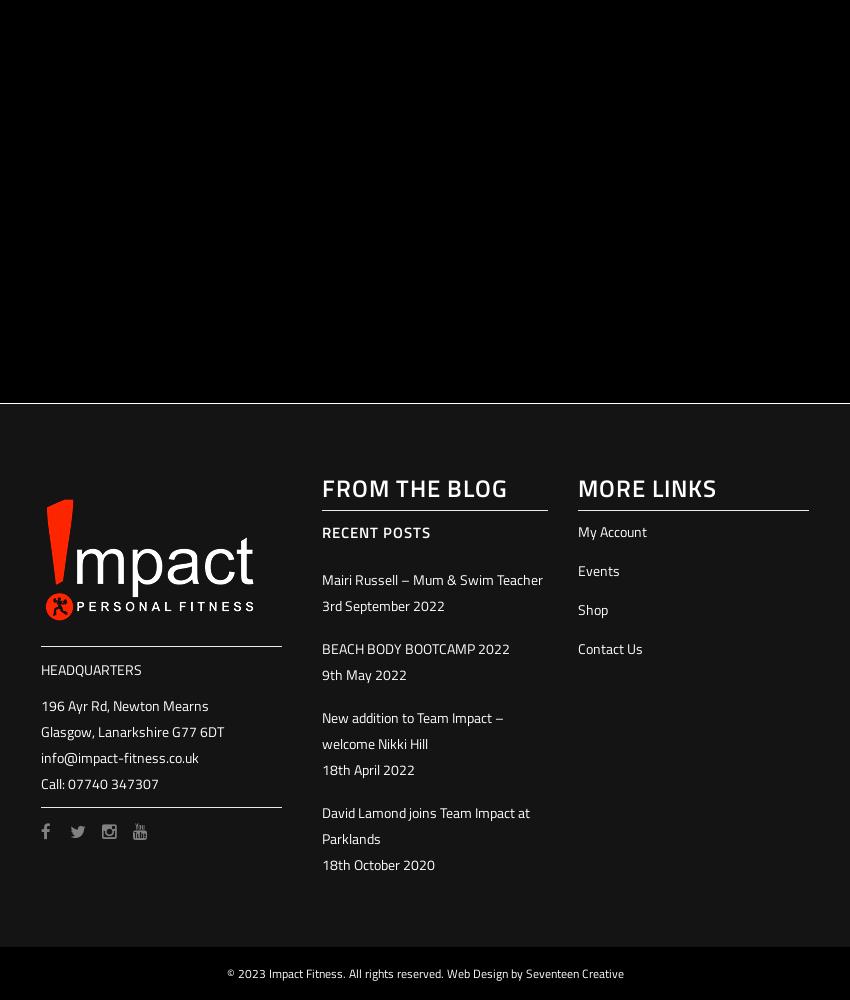  I want to click on 'Shop', so click(592, 608).